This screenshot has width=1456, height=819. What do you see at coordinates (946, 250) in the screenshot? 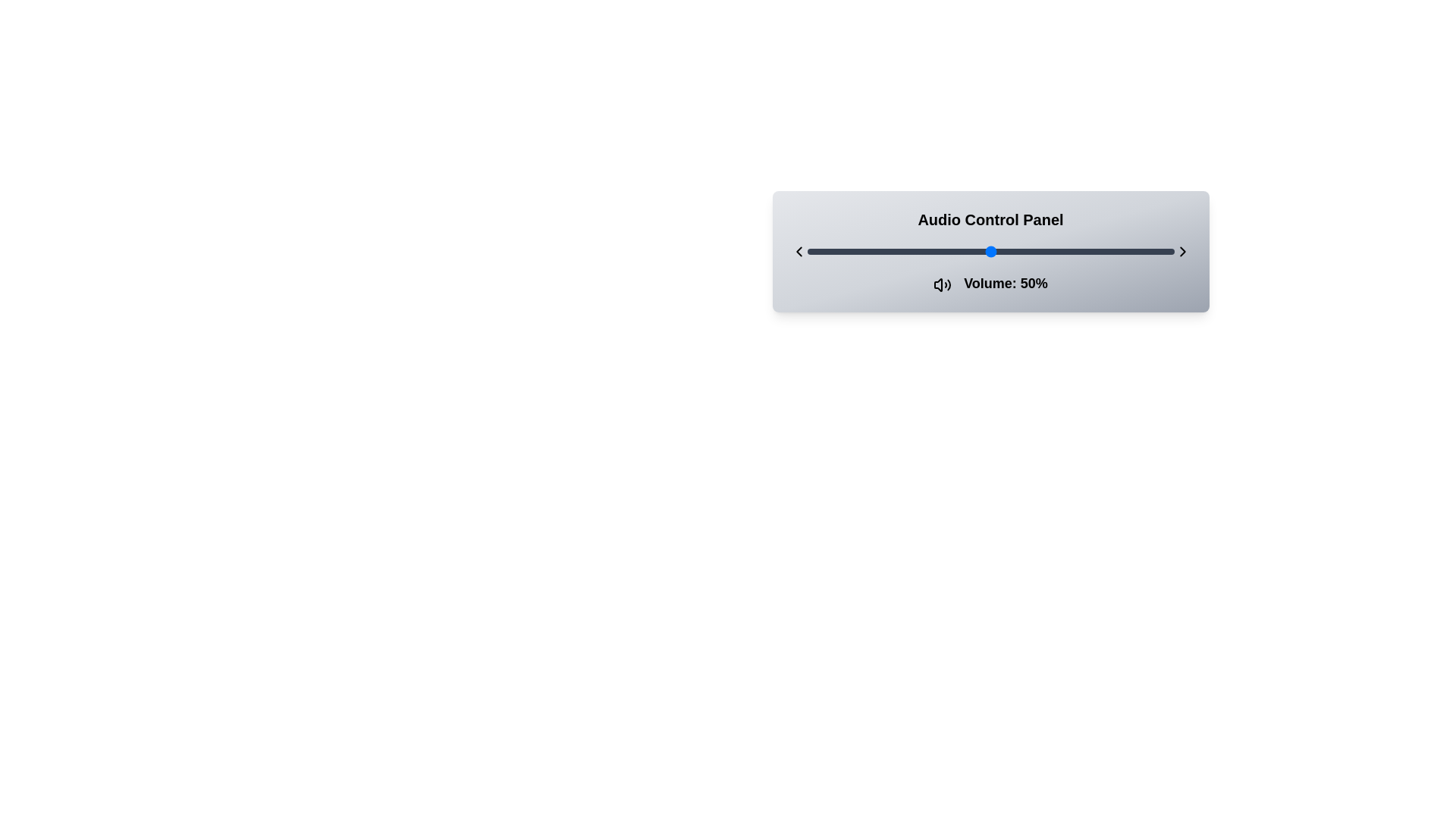
I see `the slider` at bounding box center [946, 250].